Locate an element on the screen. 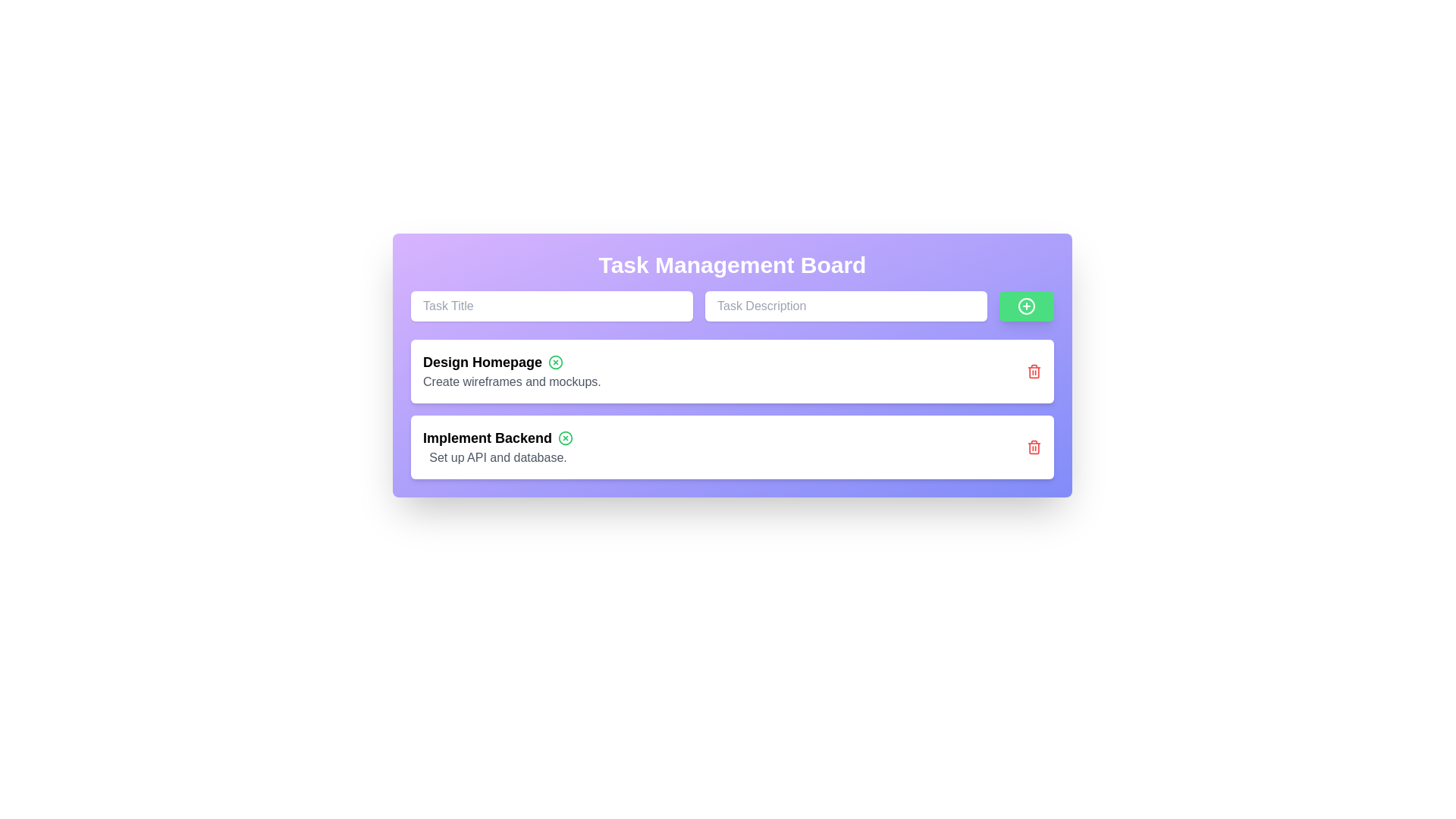 This screenshot has width=1456, height=819. the circular boundary of the 'circle-plus' icon within the vibrant green button located at the top-right corner of the UI board is located at coordinates (1026, 306).